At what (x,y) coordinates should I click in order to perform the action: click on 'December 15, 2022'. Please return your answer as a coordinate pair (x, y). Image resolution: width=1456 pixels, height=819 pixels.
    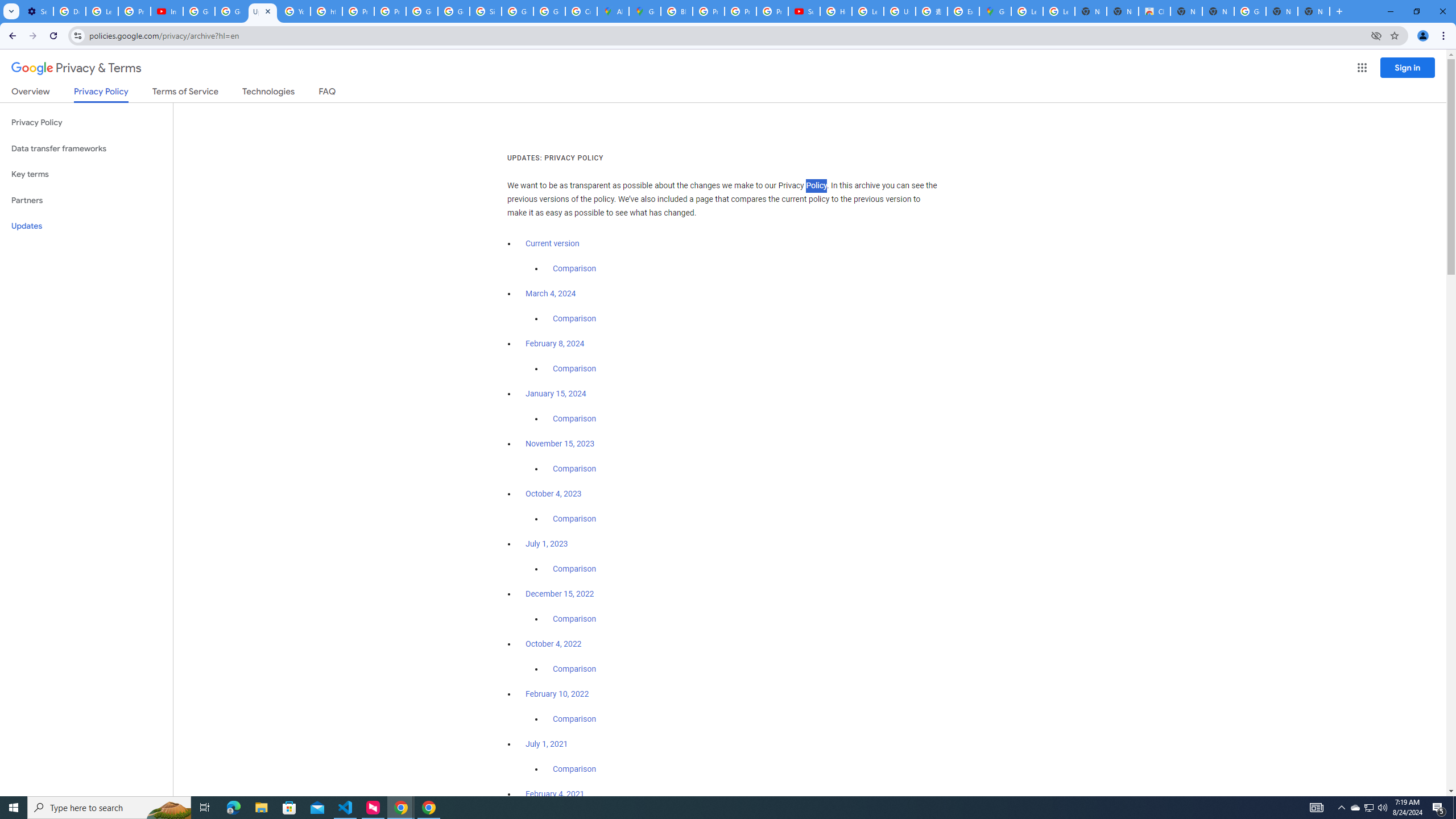
    Looking at the image, I should click on (559, 593).